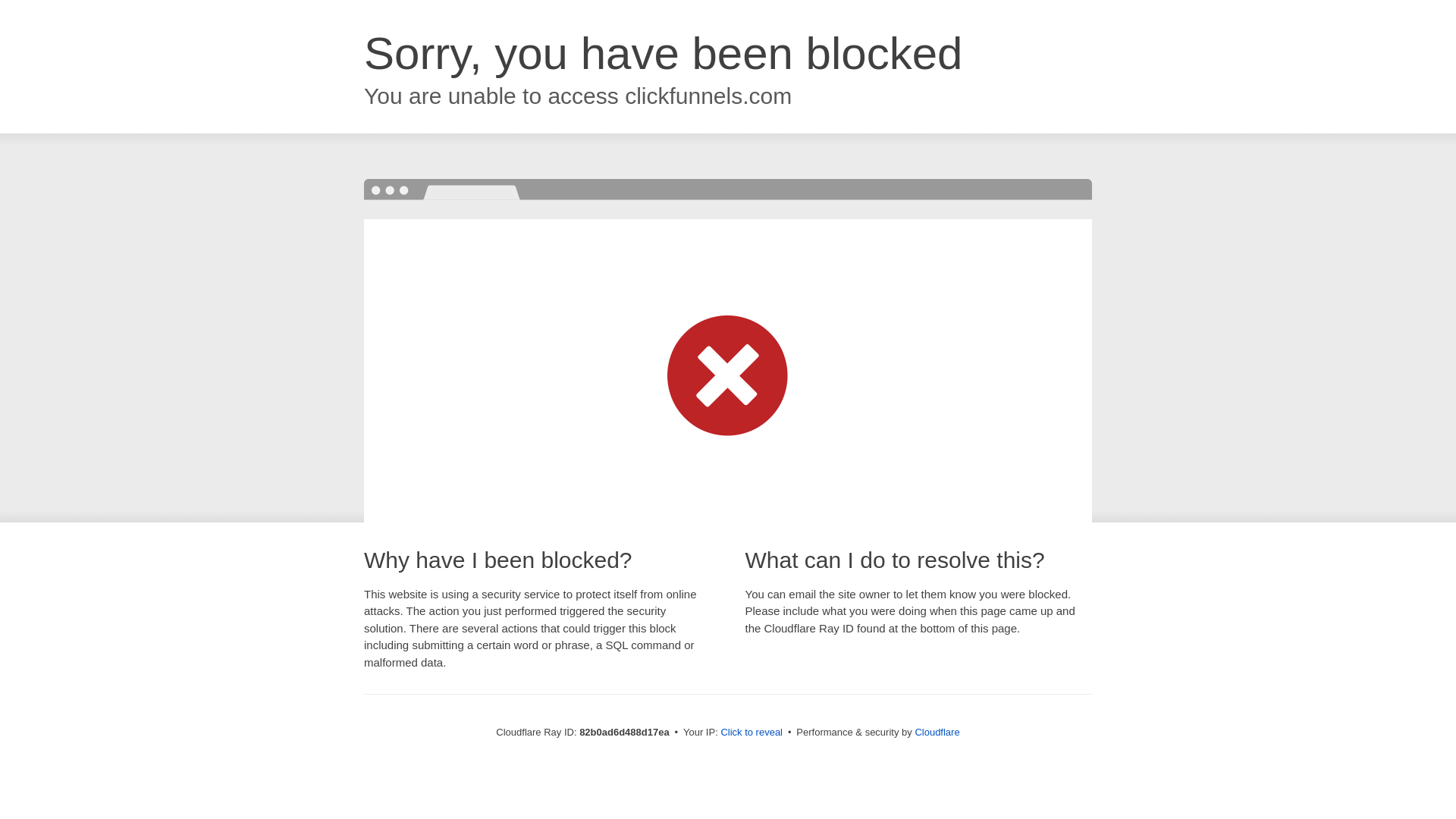 This screenshot has height=819, width=1456. I want to click on 'Cloudflare', so click(913, 731).